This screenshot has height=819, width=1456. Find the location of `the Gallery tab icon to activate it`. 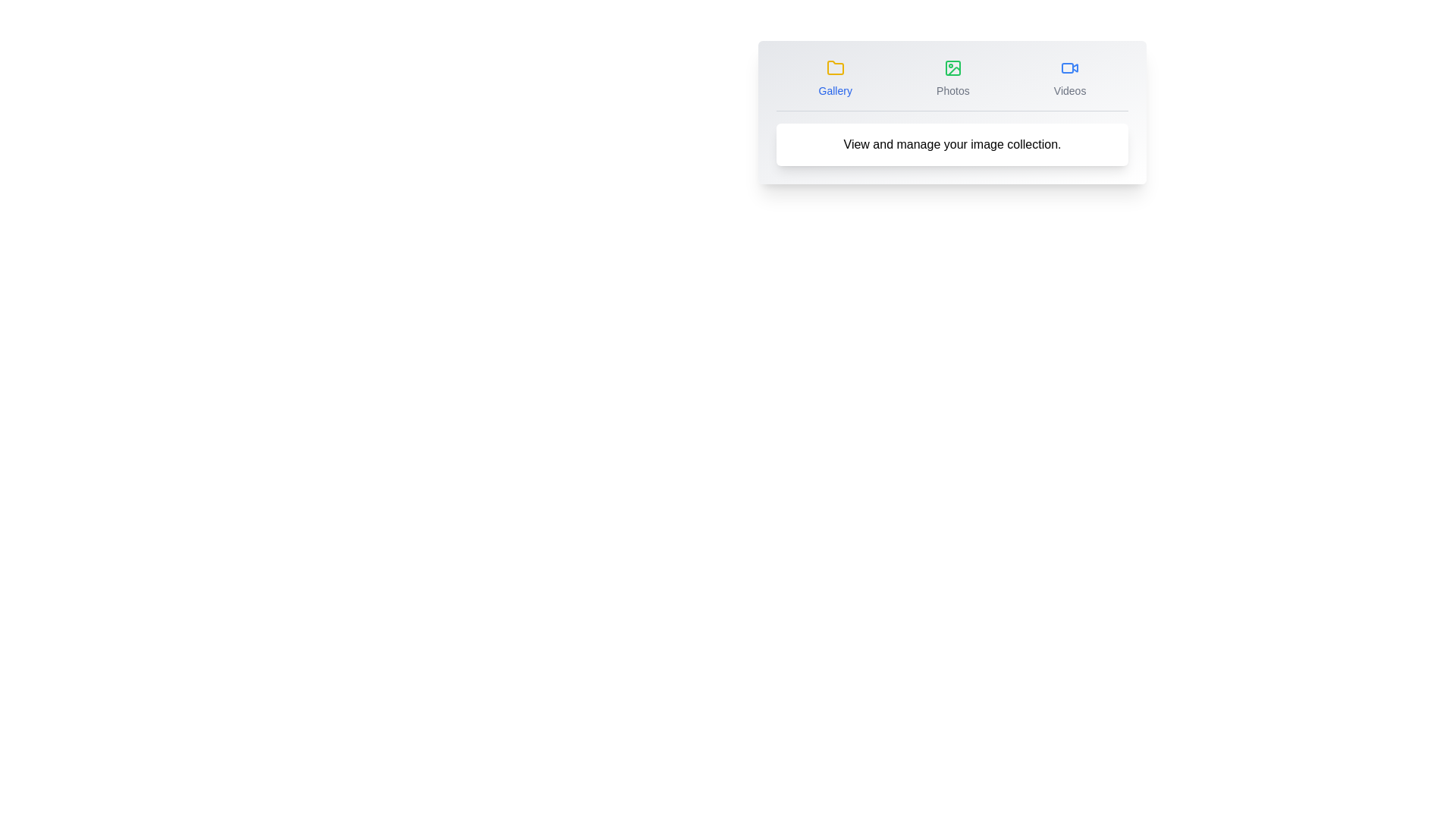

the Gallery tab icon to activate it is located at coordinates (833, 79).